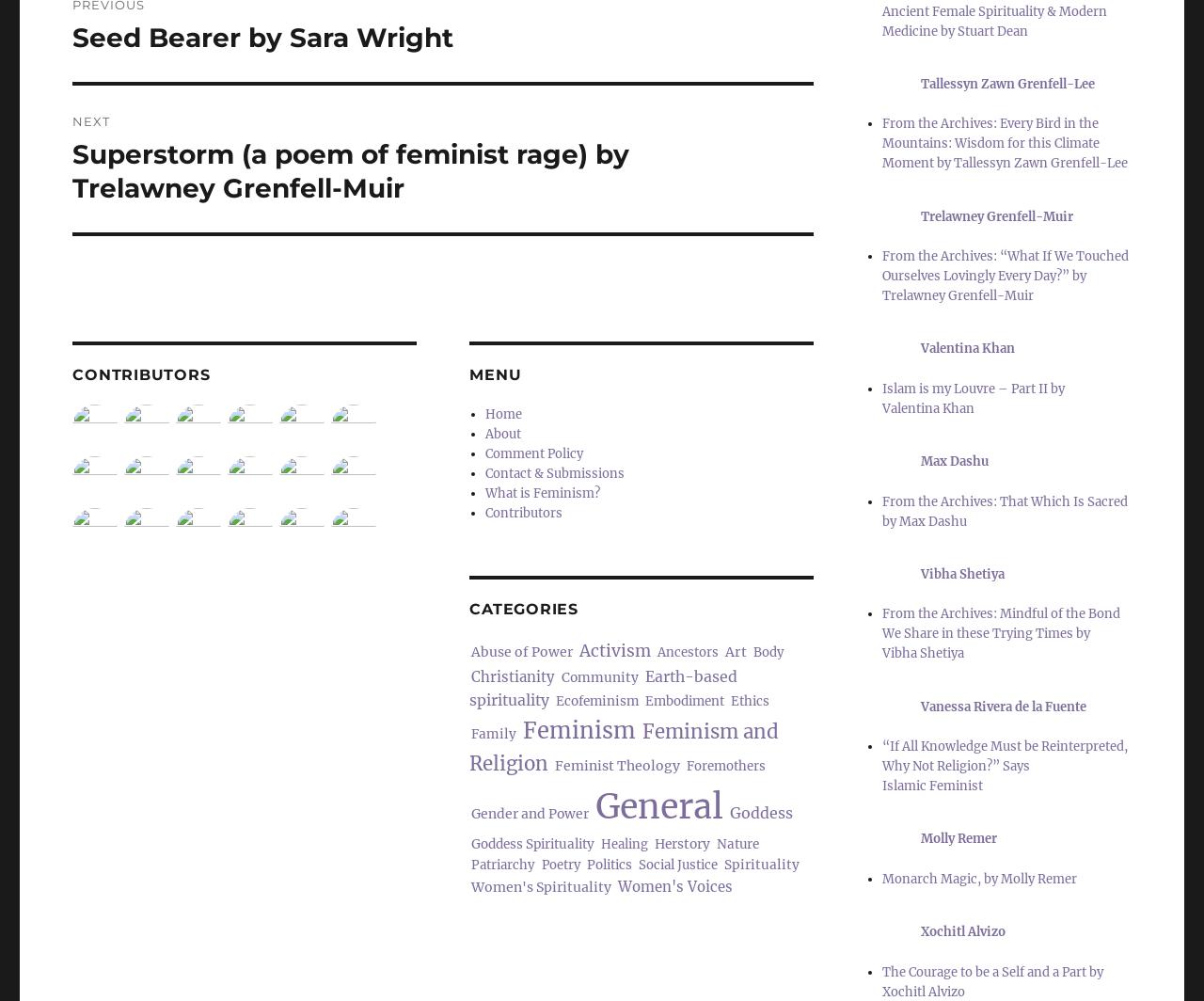  What do you see at coordinates (962, 573) in the screenshot?
I see `'Vibha Shetiya'` at bounding box center [962, 573].